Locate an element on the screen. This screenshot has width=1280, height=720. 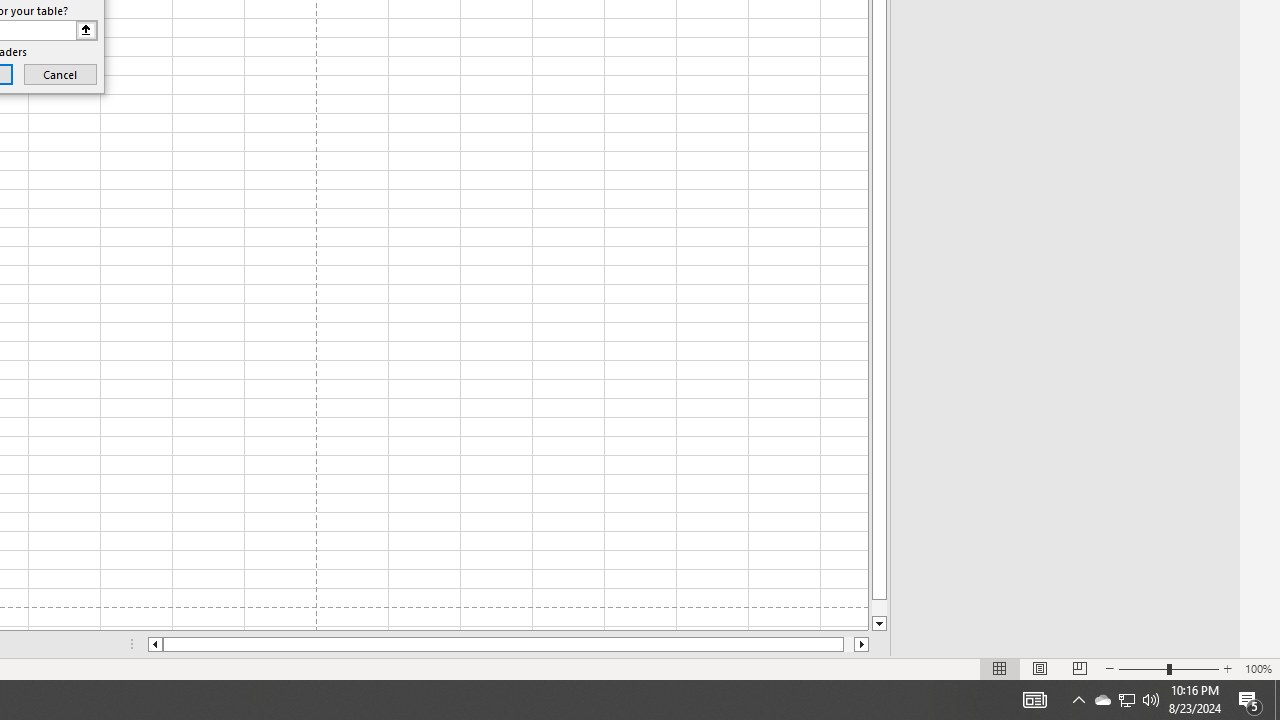
'Class: NetUIScrollBar' is located at coordinates (508, 644).